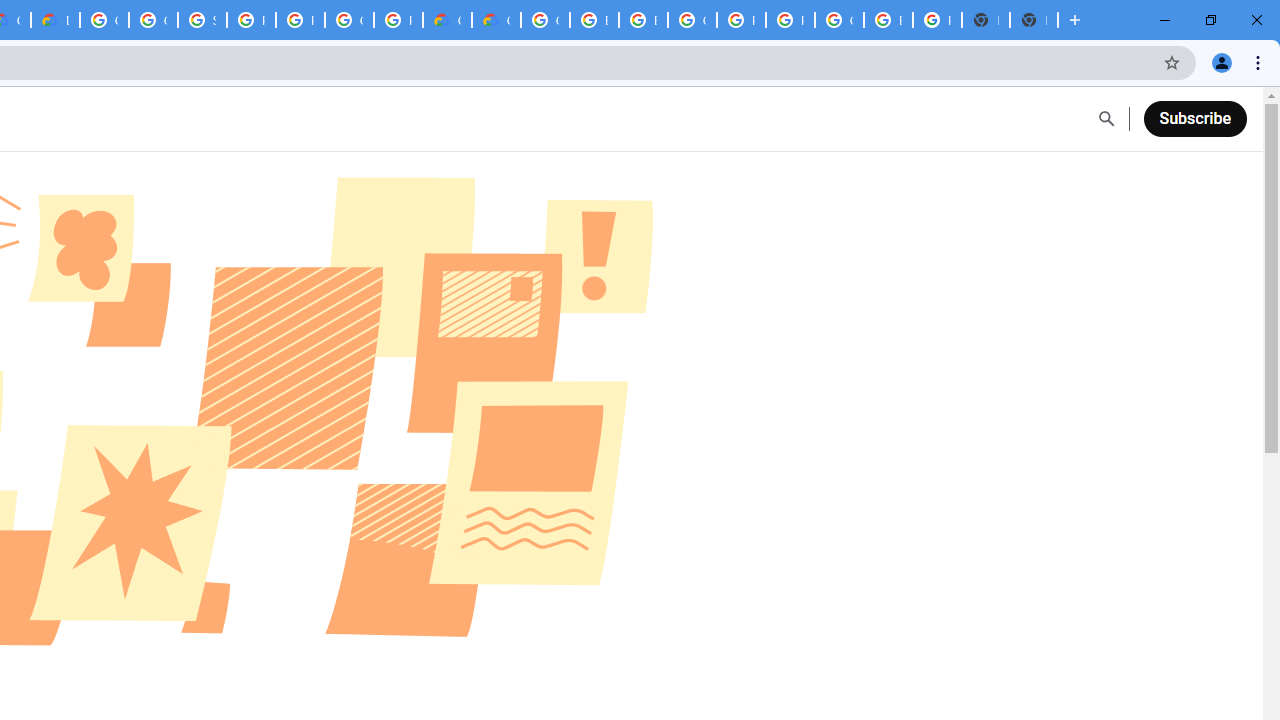 Image resolution: width=1280 pixels, height=720 pixels. What do you see at coordinates (446, 20) in the screenshot?
I see `'Customer Care | Google Cloud'` at bounding box center [446, 20].